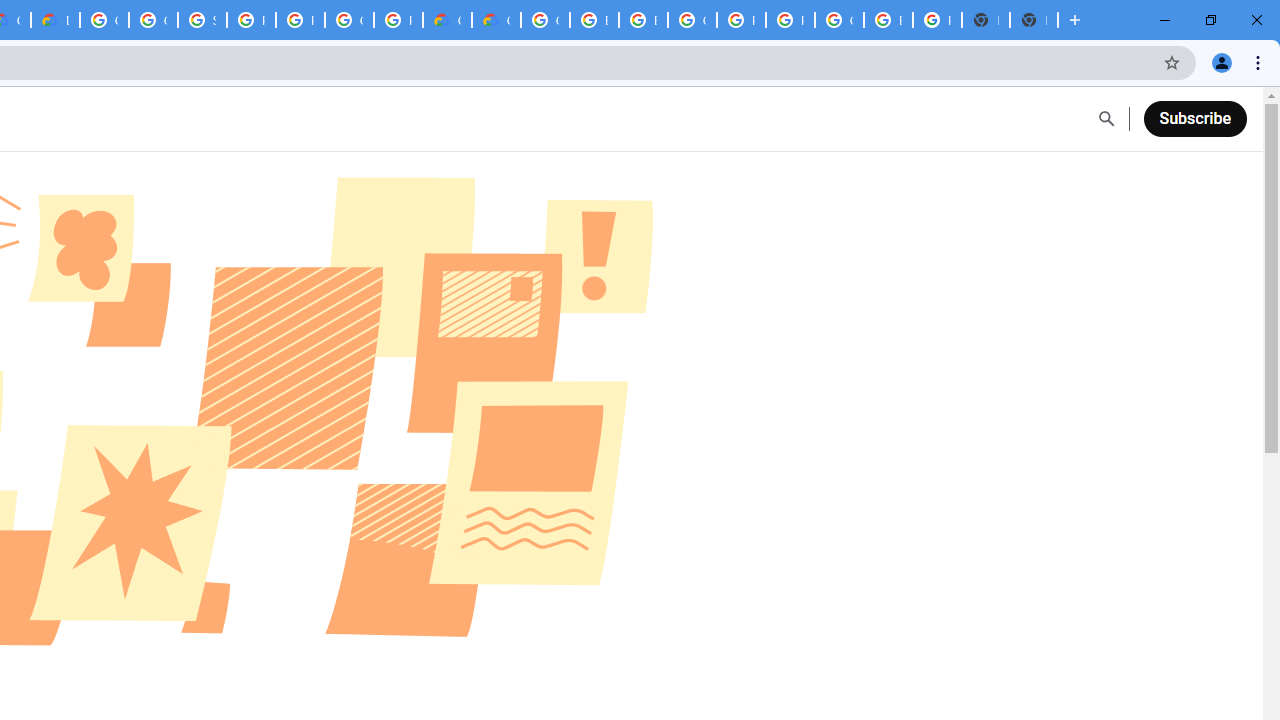 Image resolution: width=1280 pixels, height=720 pixels. What do you see at coordinates (446, 20) in the screenshot?
I see `'Customer Care | Google Cloud'` at bounding box center [446, 20].